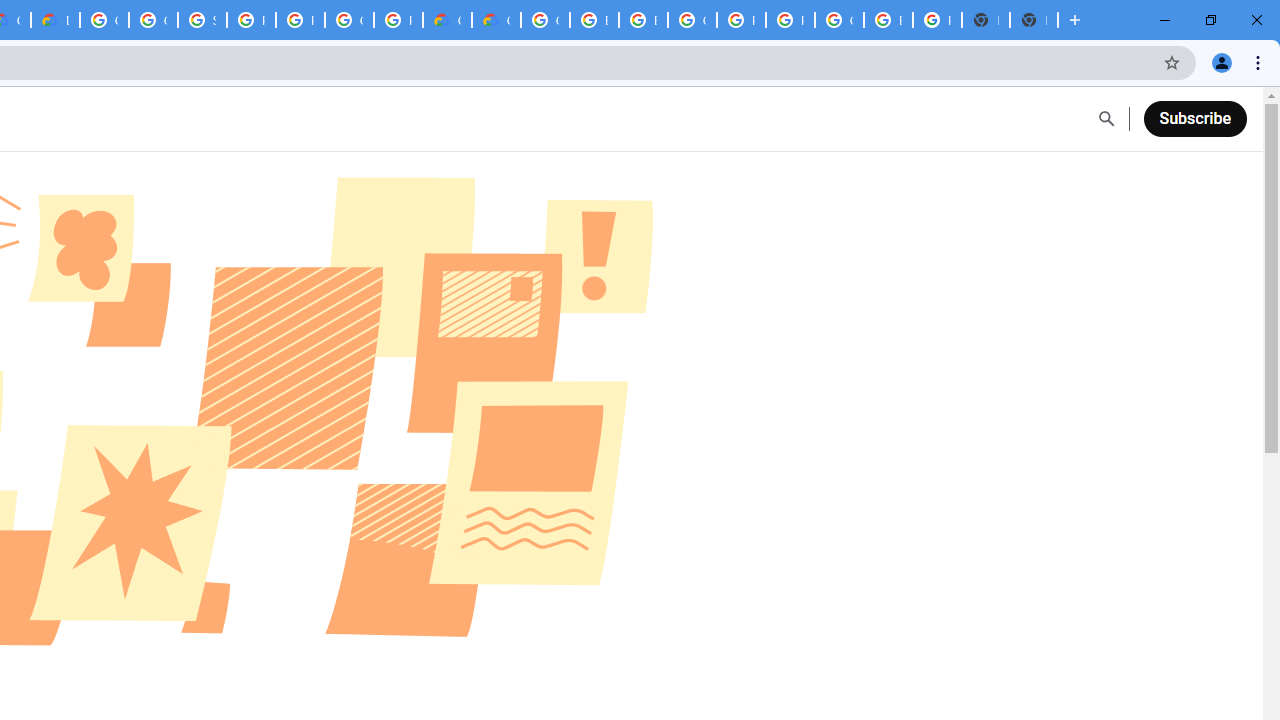 Image resolution: width=1280 pixels, height=720 pixels. What do you see at coordinates (446, 20) in the screenshot?
I see `'Customer Care | Google Cloud'` at bounding box center [446, 20].